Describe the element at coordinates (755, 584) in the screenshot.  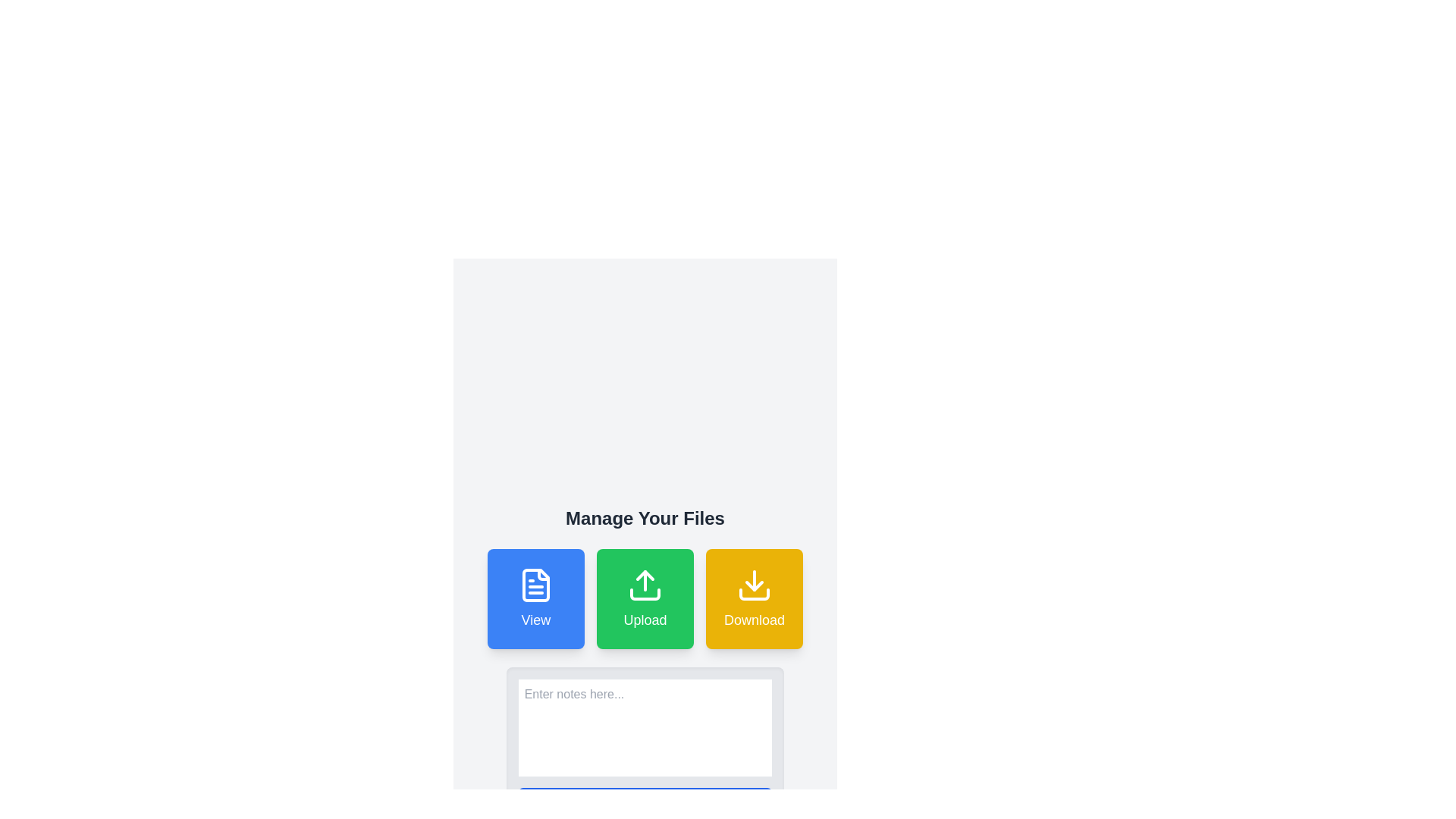
I see `the SVG icon resembling a downward-facing arrow with a yellow background located within the 'Download' button, positioned to the right of the 'Upload' button` at that location.